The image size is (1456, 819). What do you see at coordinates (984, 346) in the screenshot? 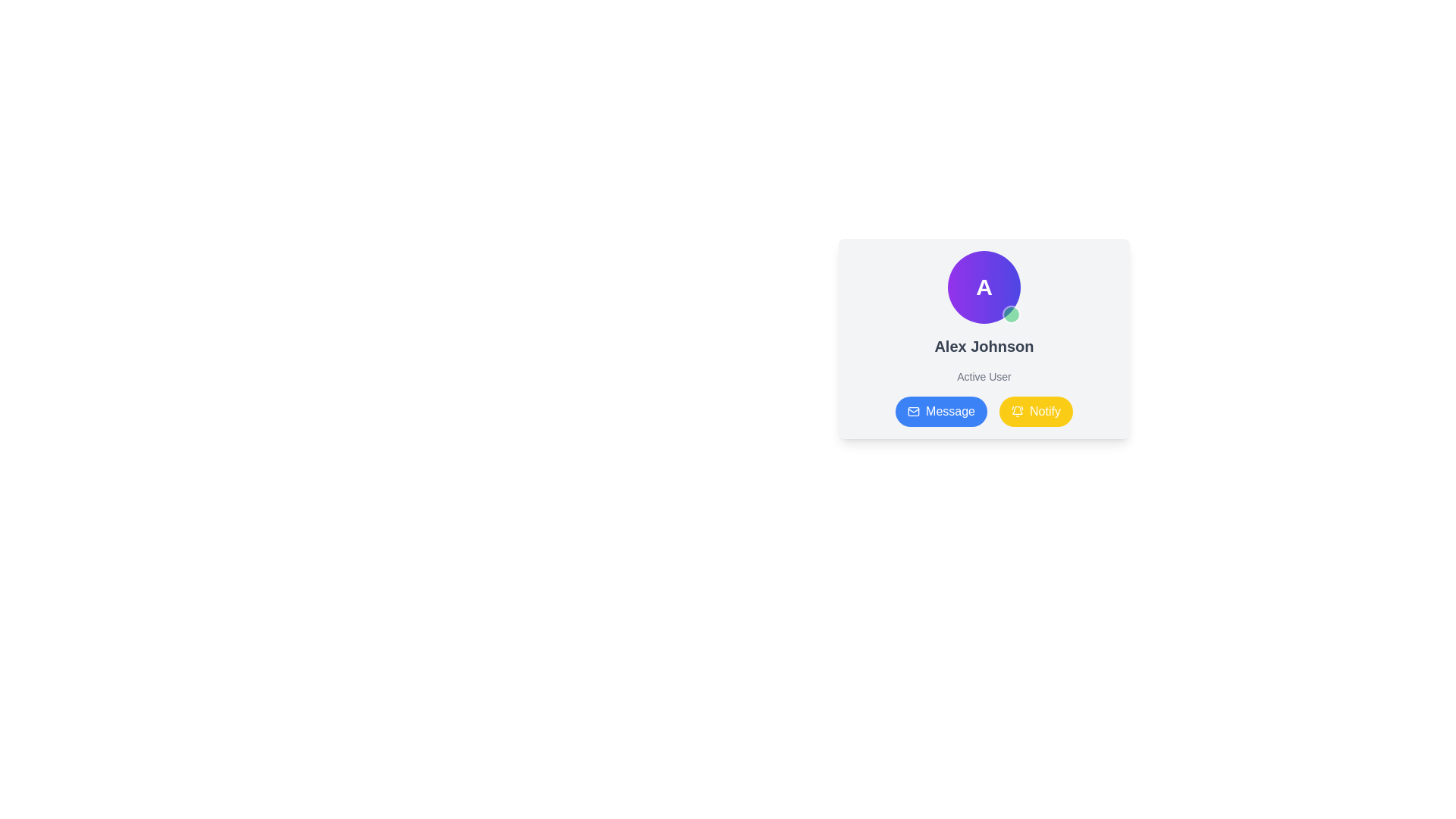
I see `the text label displaying 'Alex Johnson' in bold, located below the circular icon 'A' with a green indicator and above 'Active User'` at bounding box center [984, 346].